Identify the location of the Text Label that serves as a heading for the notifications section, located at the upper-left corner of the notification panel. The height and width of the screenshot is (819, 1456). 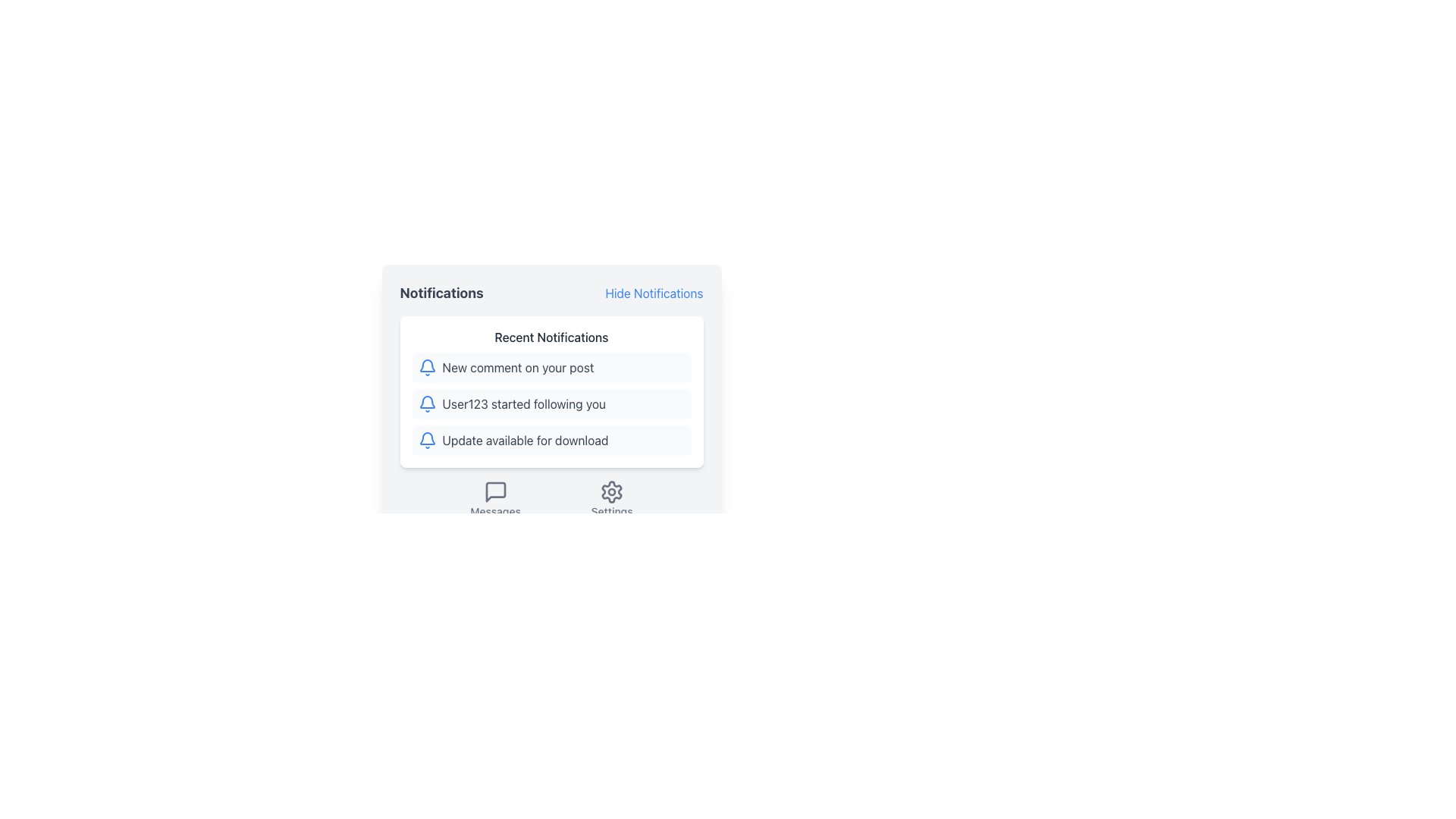
(441, 293).